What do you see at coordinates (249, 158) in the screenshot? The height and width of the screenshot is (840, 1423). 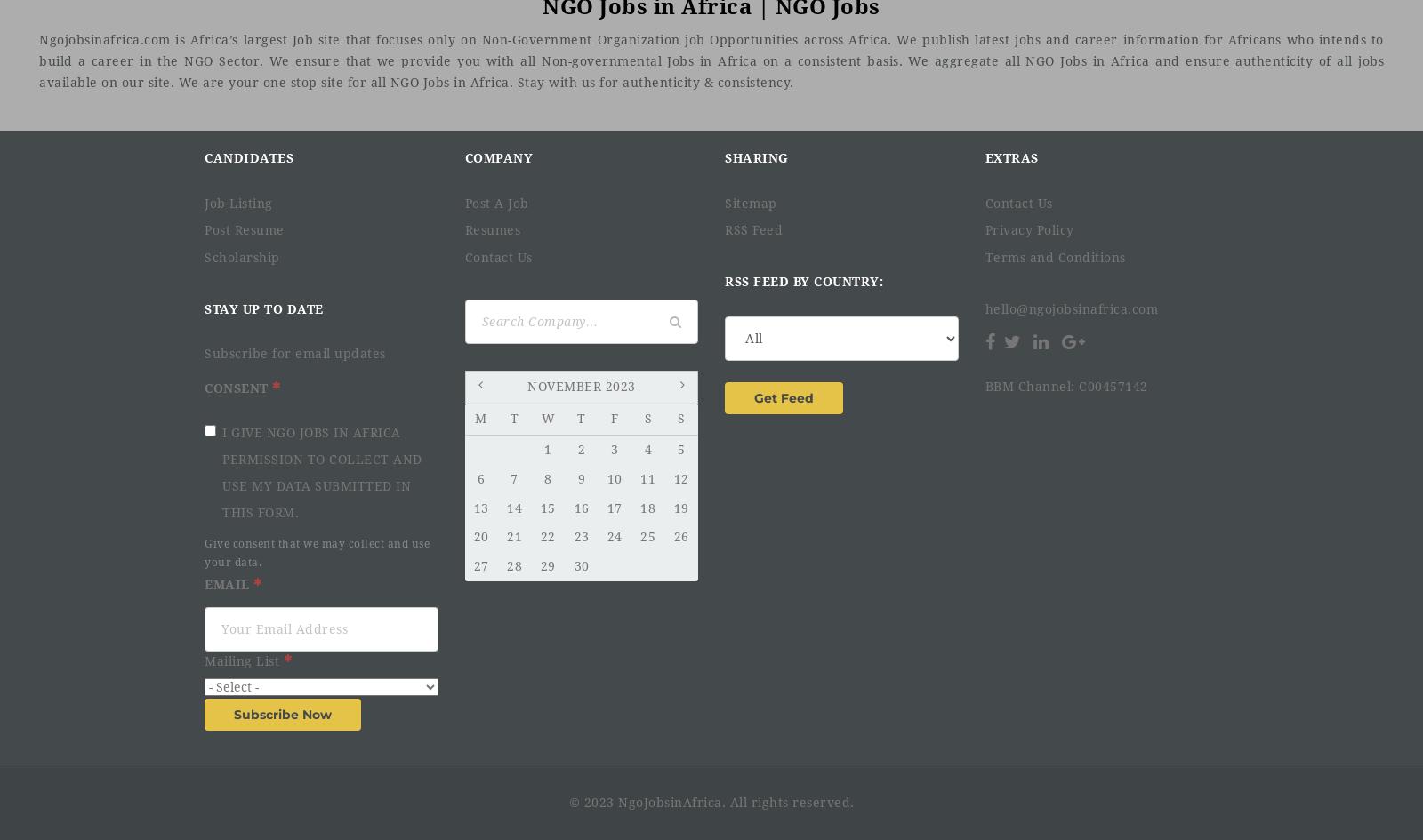 I see `'Candidates'` at bounding box center [249, 158].